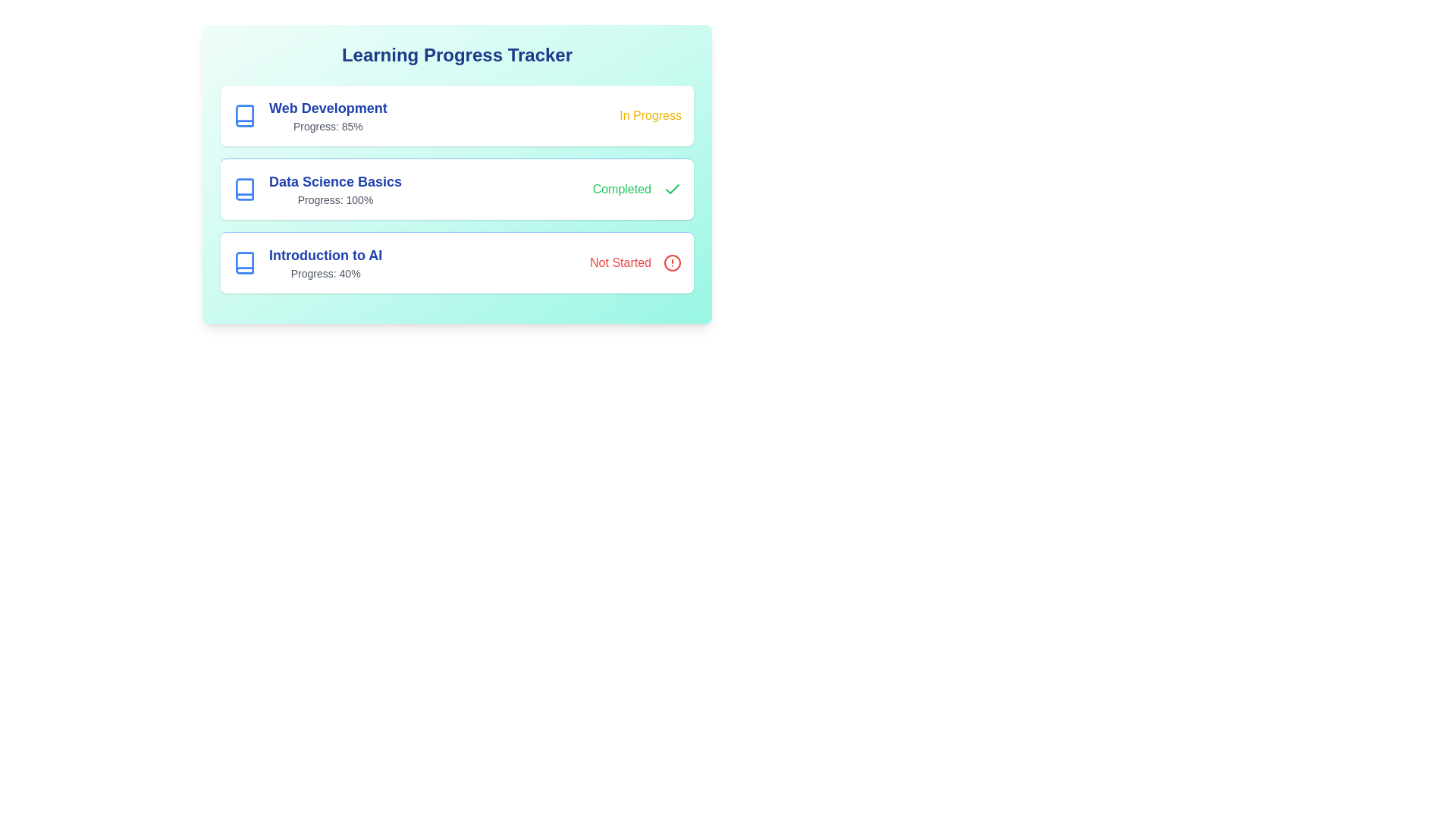 This screenshot has width=1456, height=819. Describe the element at coordinates (316, 189) in the screenshot. I see `the course title Data Science Basics to access its specific actions` at that location.